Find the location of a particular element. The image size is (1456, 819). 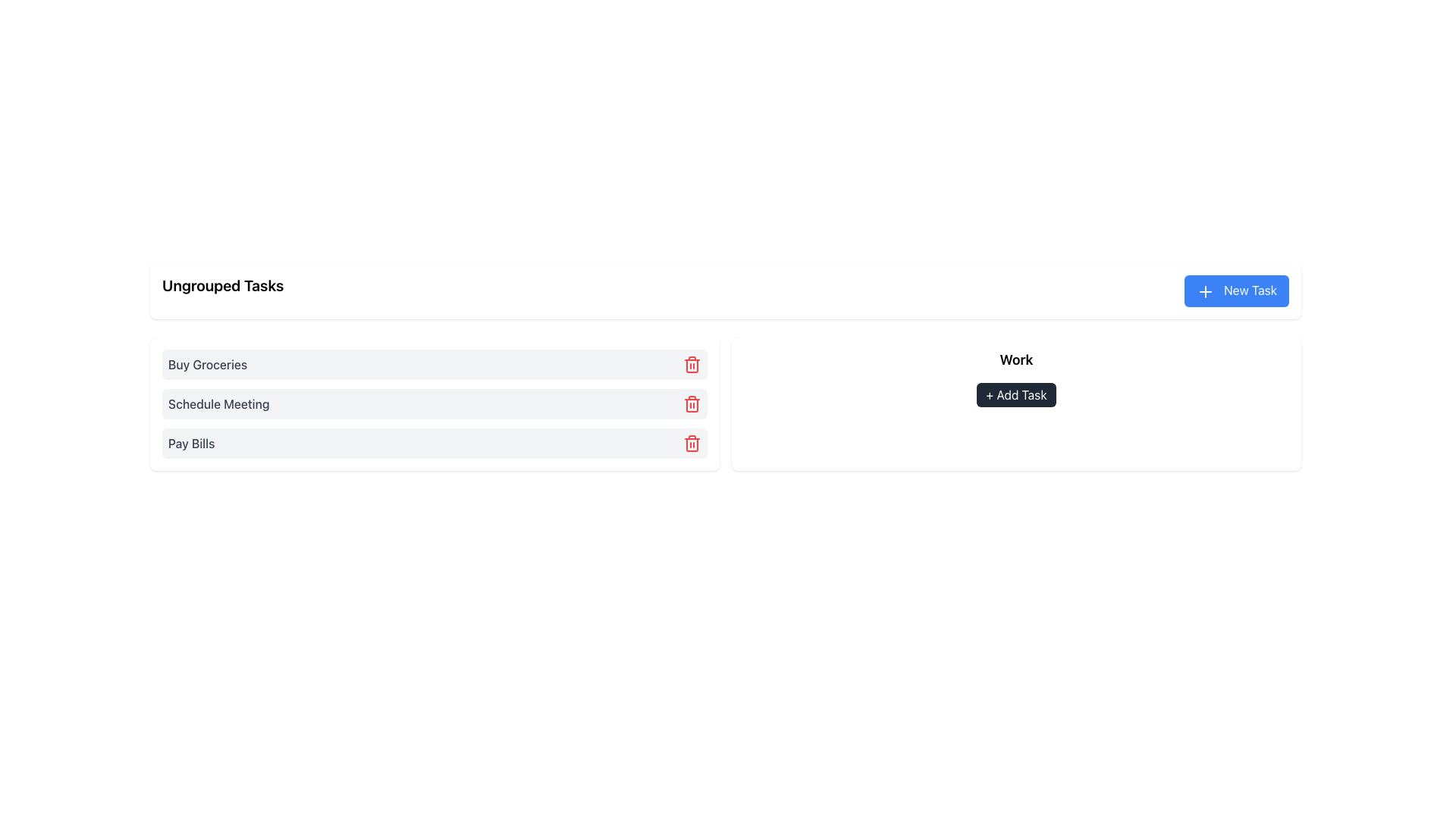

the red outlined trash can icon is located at coordinates (691, 363).